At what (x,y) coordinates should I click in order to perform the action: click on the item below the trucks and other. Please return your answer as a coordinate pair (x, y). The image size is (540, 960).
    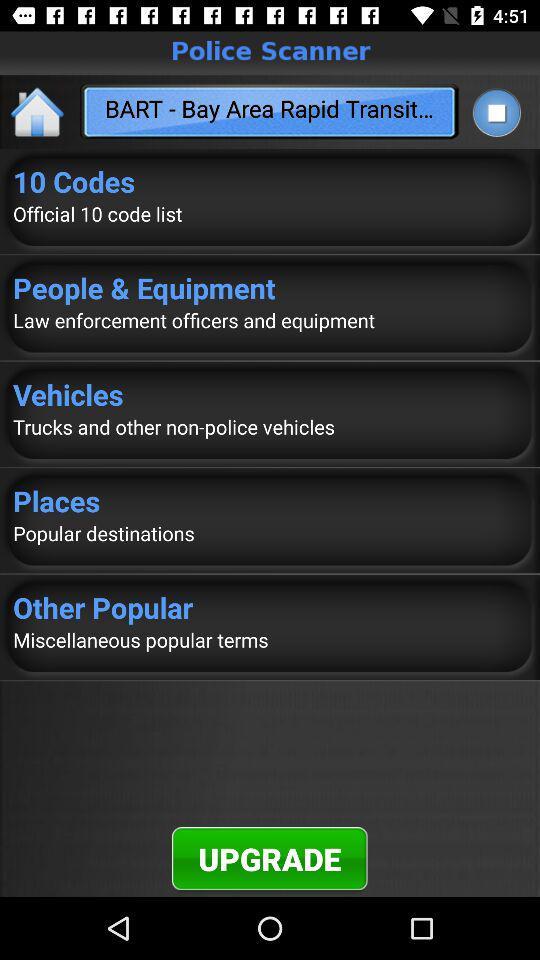
    Looking at the image, I should click on (270, 499).